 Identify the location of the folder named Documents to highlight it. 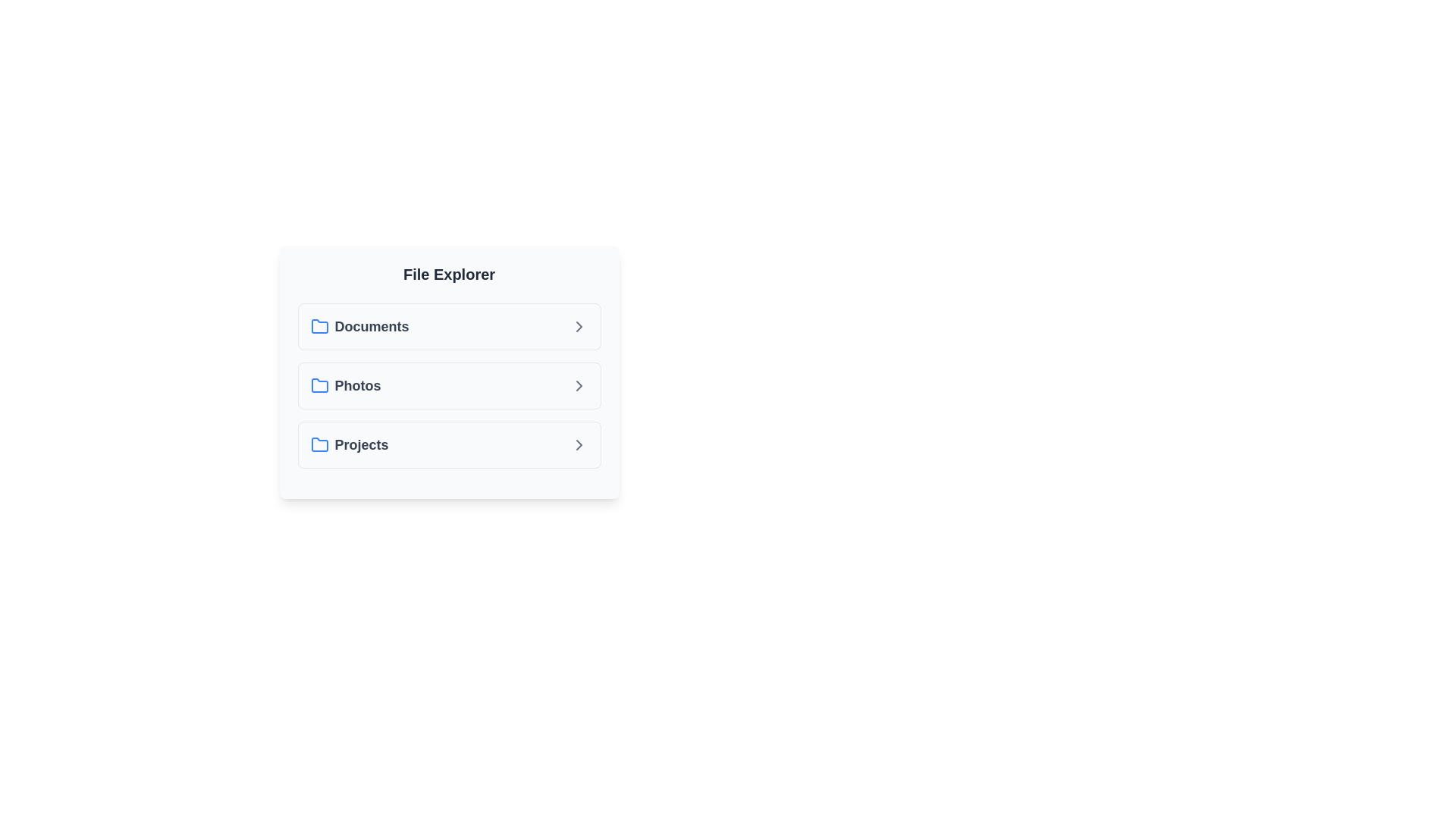
(448, 326).